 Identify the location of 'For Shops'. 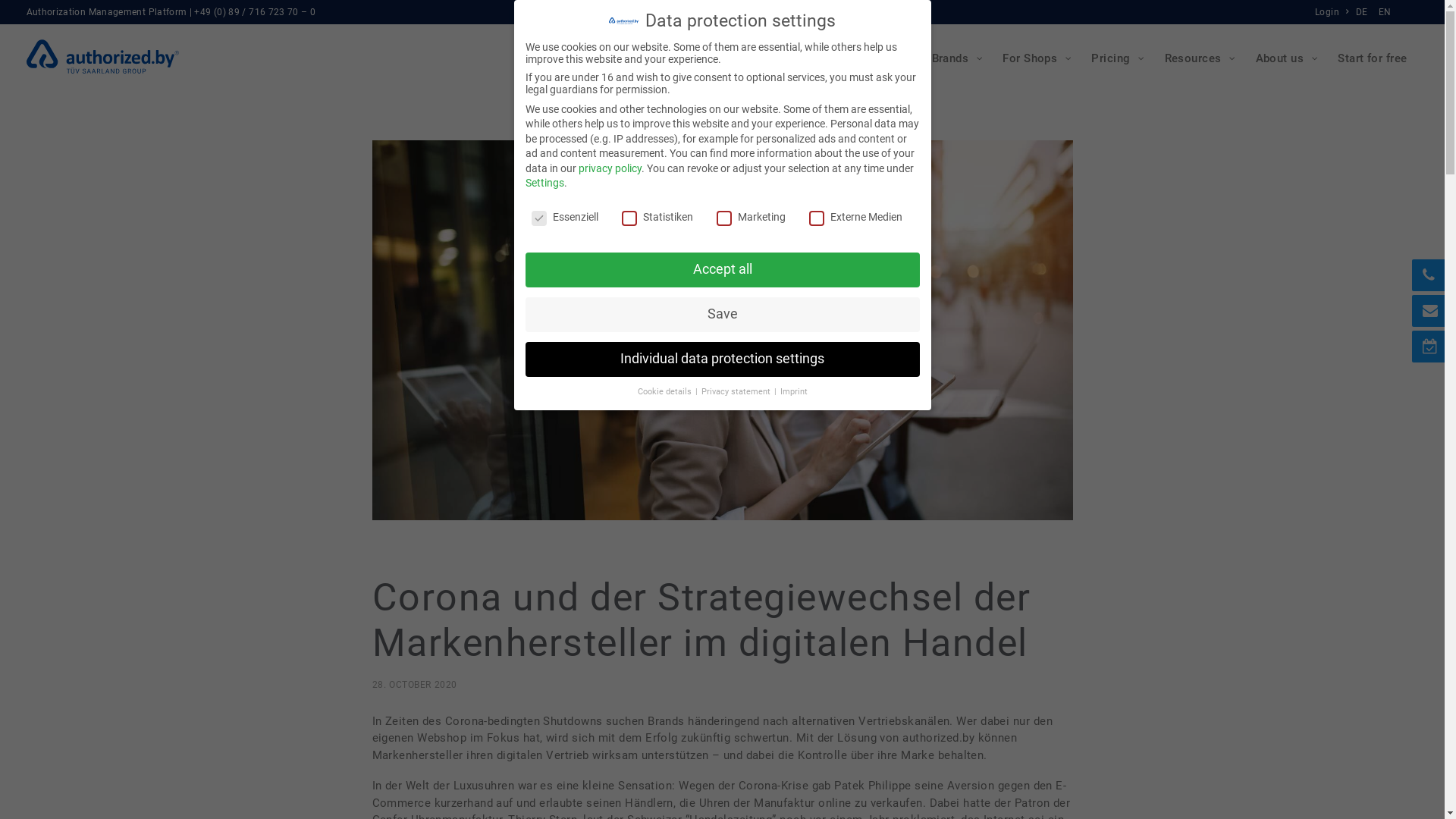
(1034, 58).